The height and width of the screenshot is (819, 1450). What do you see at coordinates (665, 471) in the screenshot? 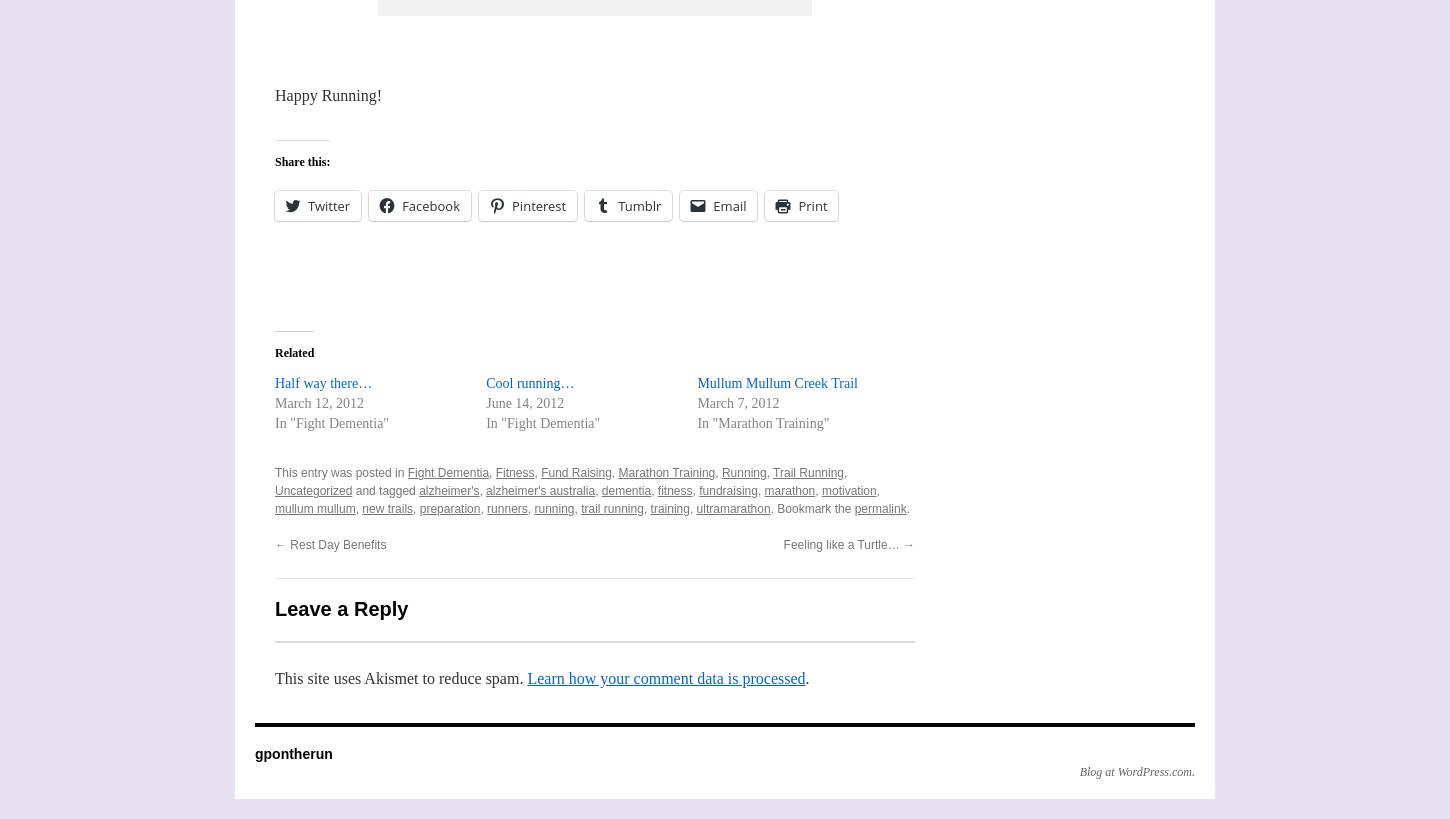
I see `'Marathon Training'` at bounding box center [665, 471].